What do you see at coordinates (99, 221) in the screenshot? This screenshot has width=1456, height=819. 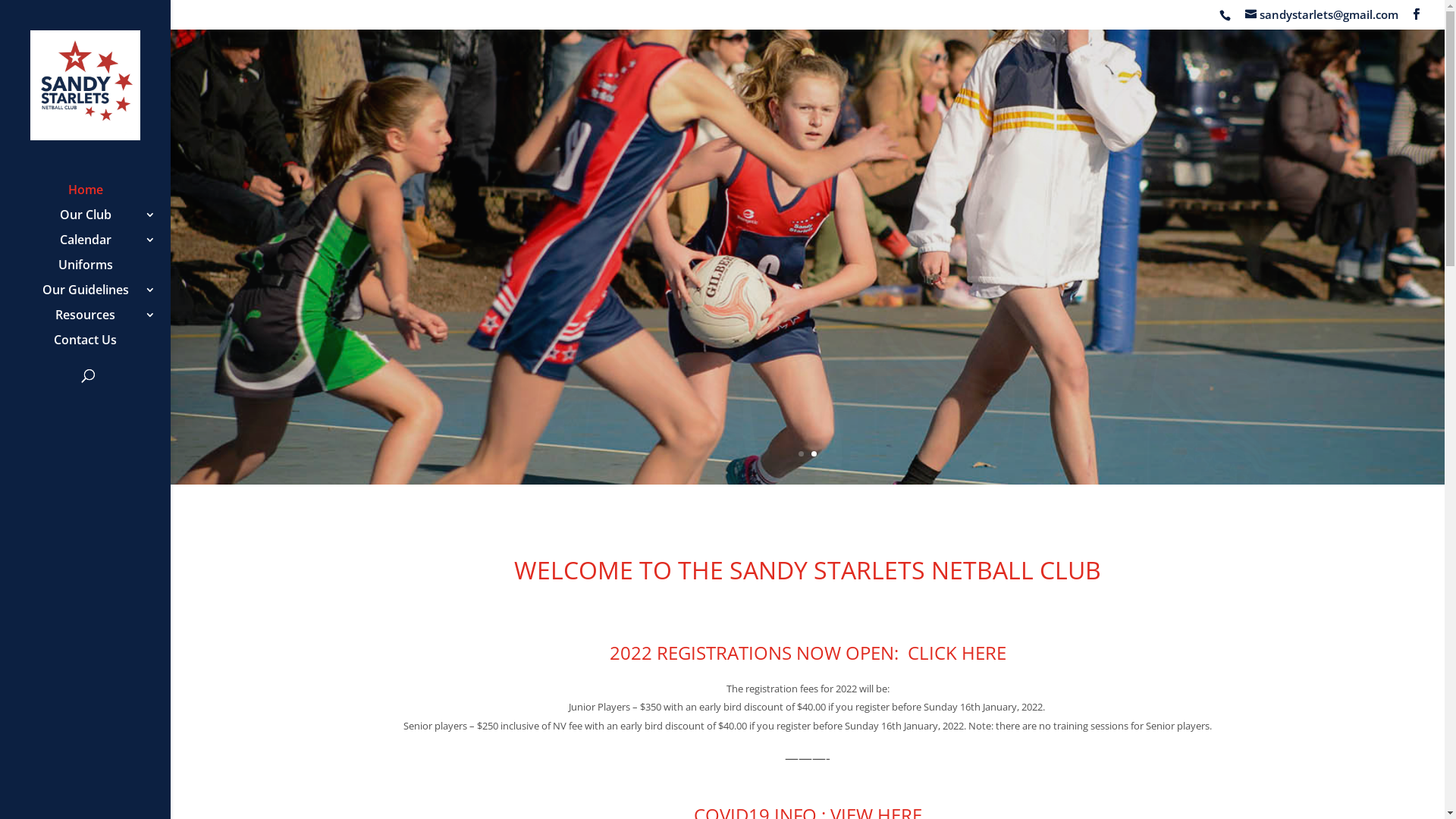 I see `'Our Club'` at bounding box center [99, 221].